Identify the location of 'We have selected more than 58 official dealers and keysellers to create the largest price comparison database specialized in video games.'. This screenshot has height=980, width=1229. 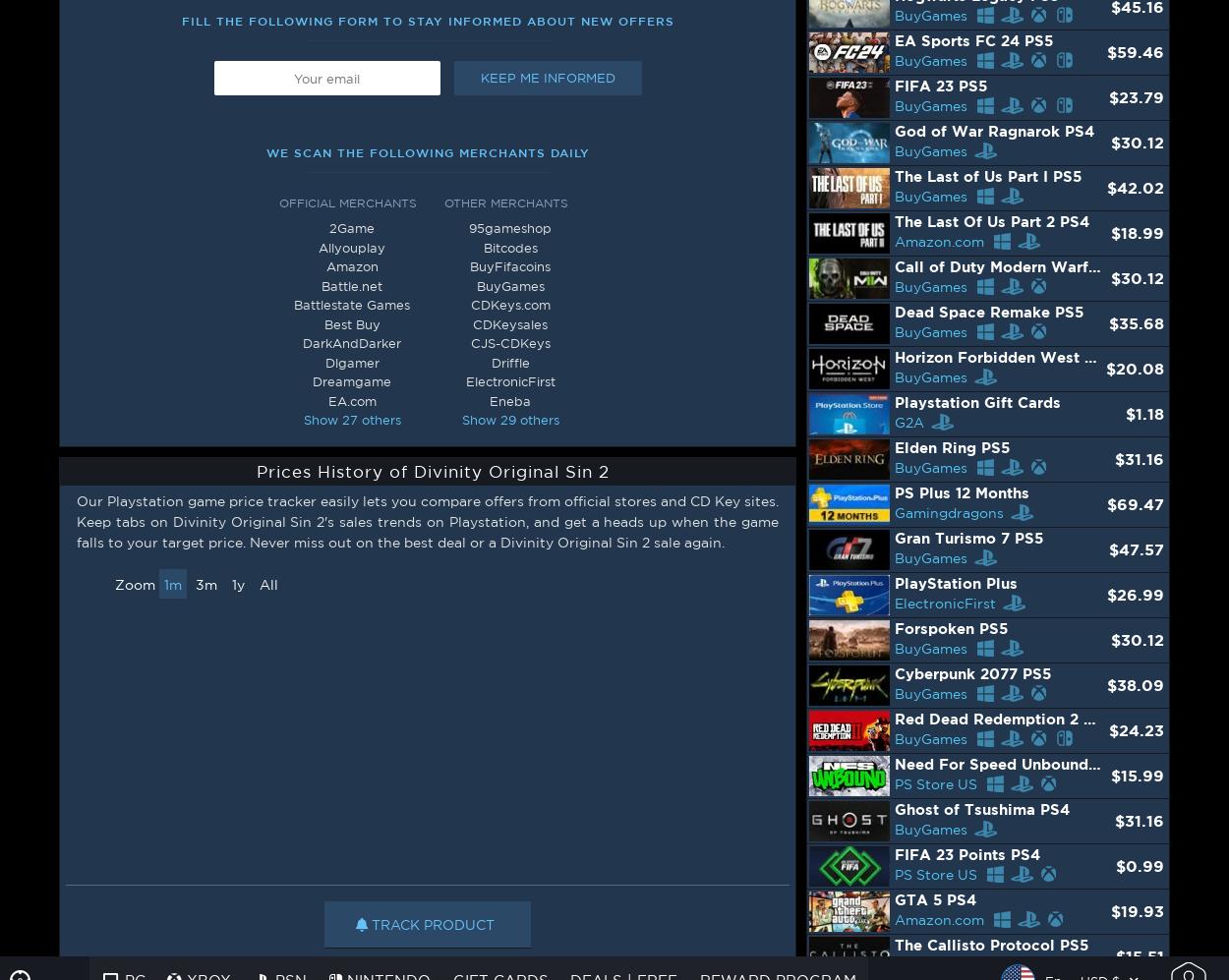
(459, 689).